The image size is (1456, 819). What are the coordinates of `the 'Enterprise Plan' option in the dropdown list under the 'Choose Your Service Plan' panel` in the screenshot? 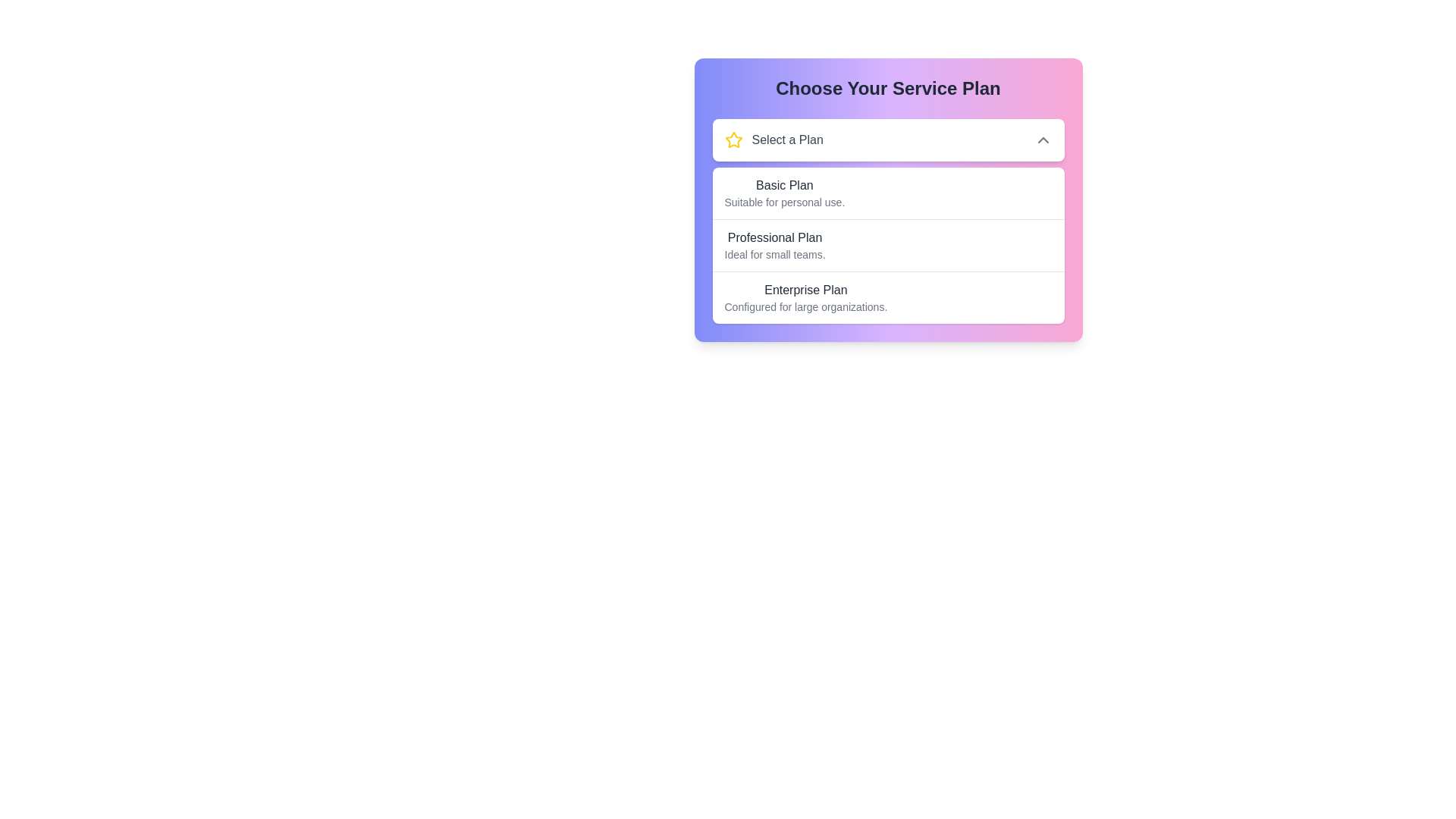 It's located at (805, 298).